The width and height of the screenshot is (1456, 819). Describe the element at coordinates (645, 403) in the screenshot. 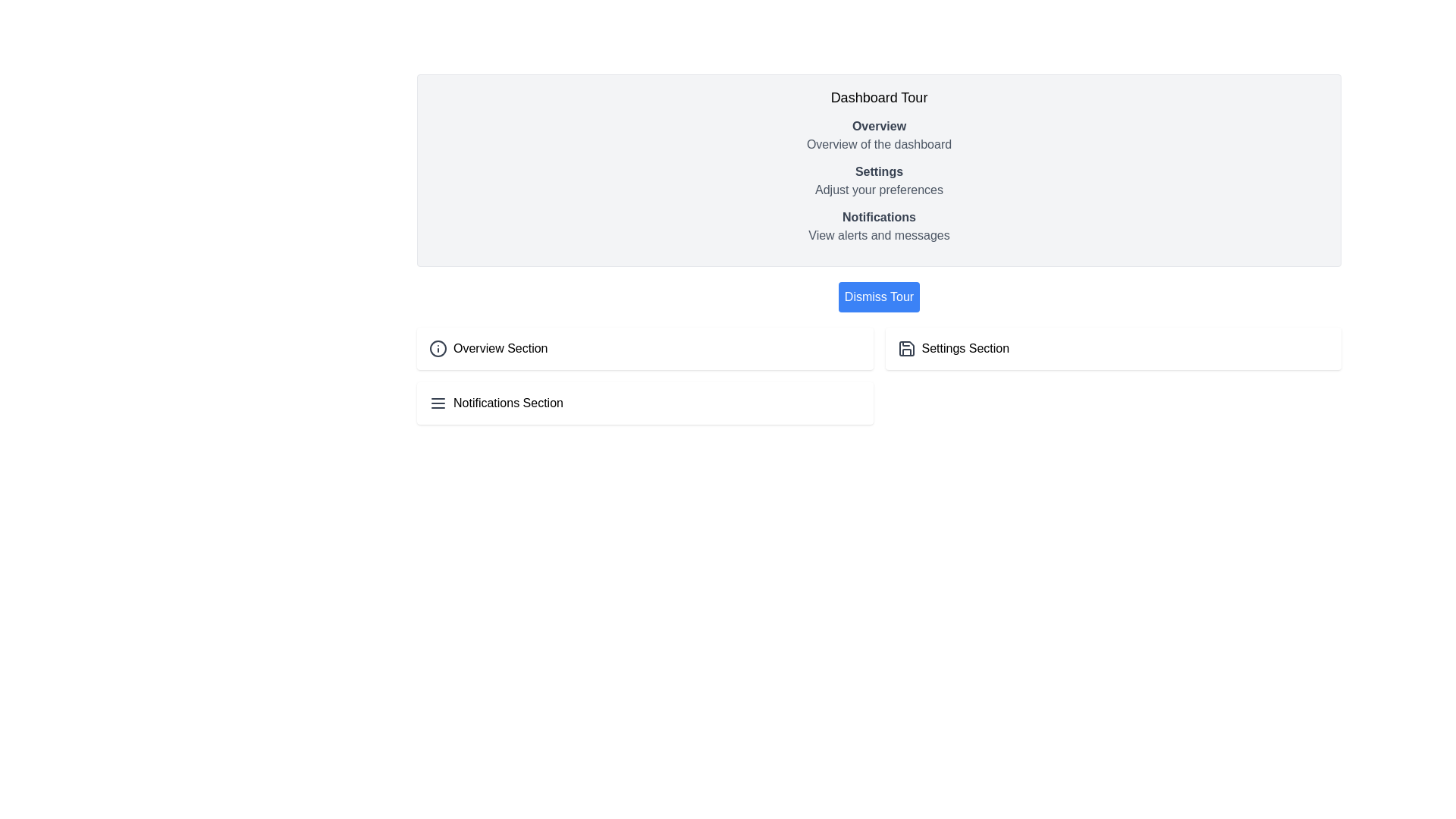

I see `the button-like interactive element that serves as a navigational link for notifications, positioned as the third item after 'Overview Section' and 'Settings Section' in the grid layout` at that location.